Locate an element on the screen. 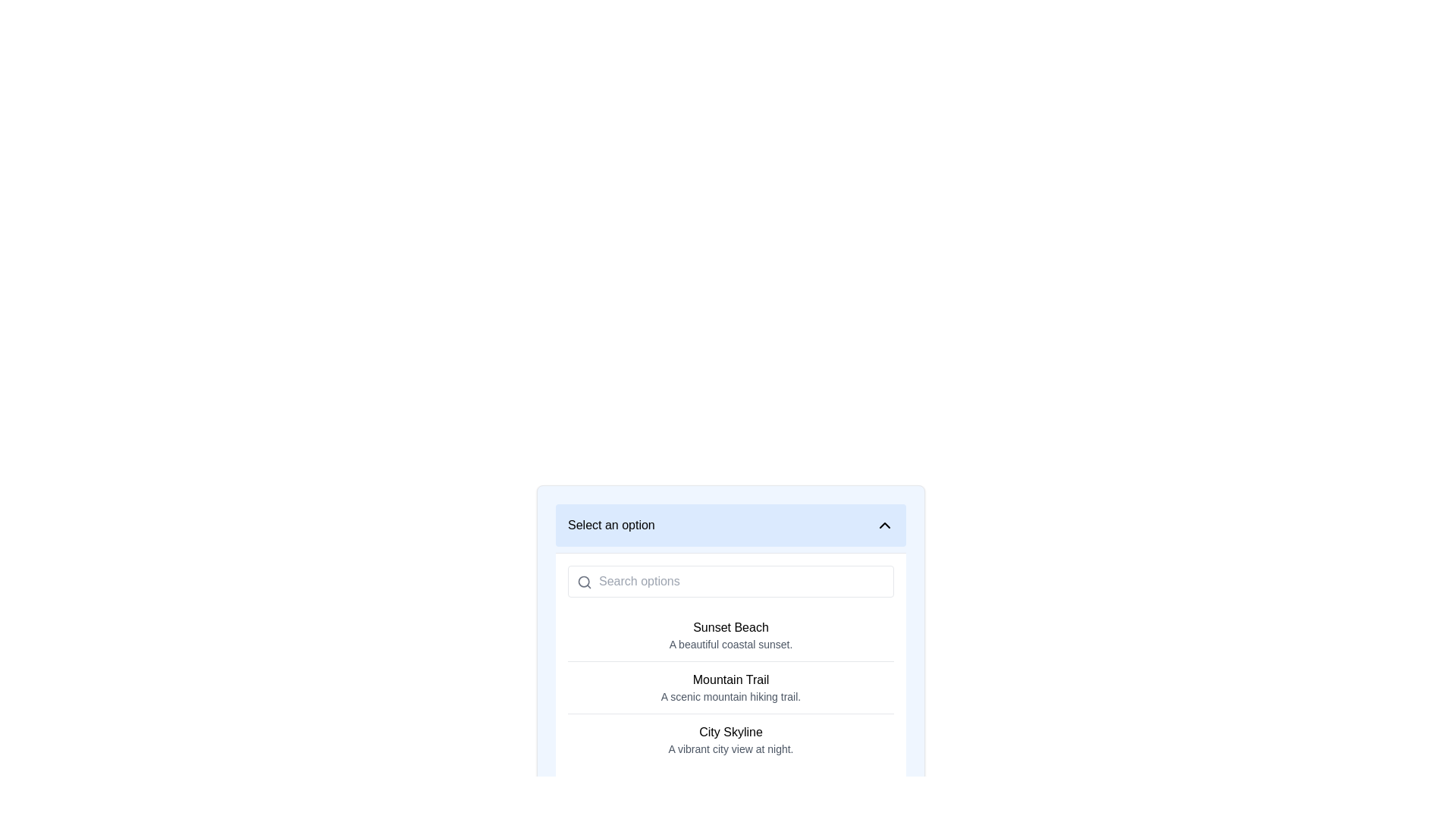  the descriptive text element located below the 'Sunset Beach' heading in the dropdown list is located at coordinates (731, 644).